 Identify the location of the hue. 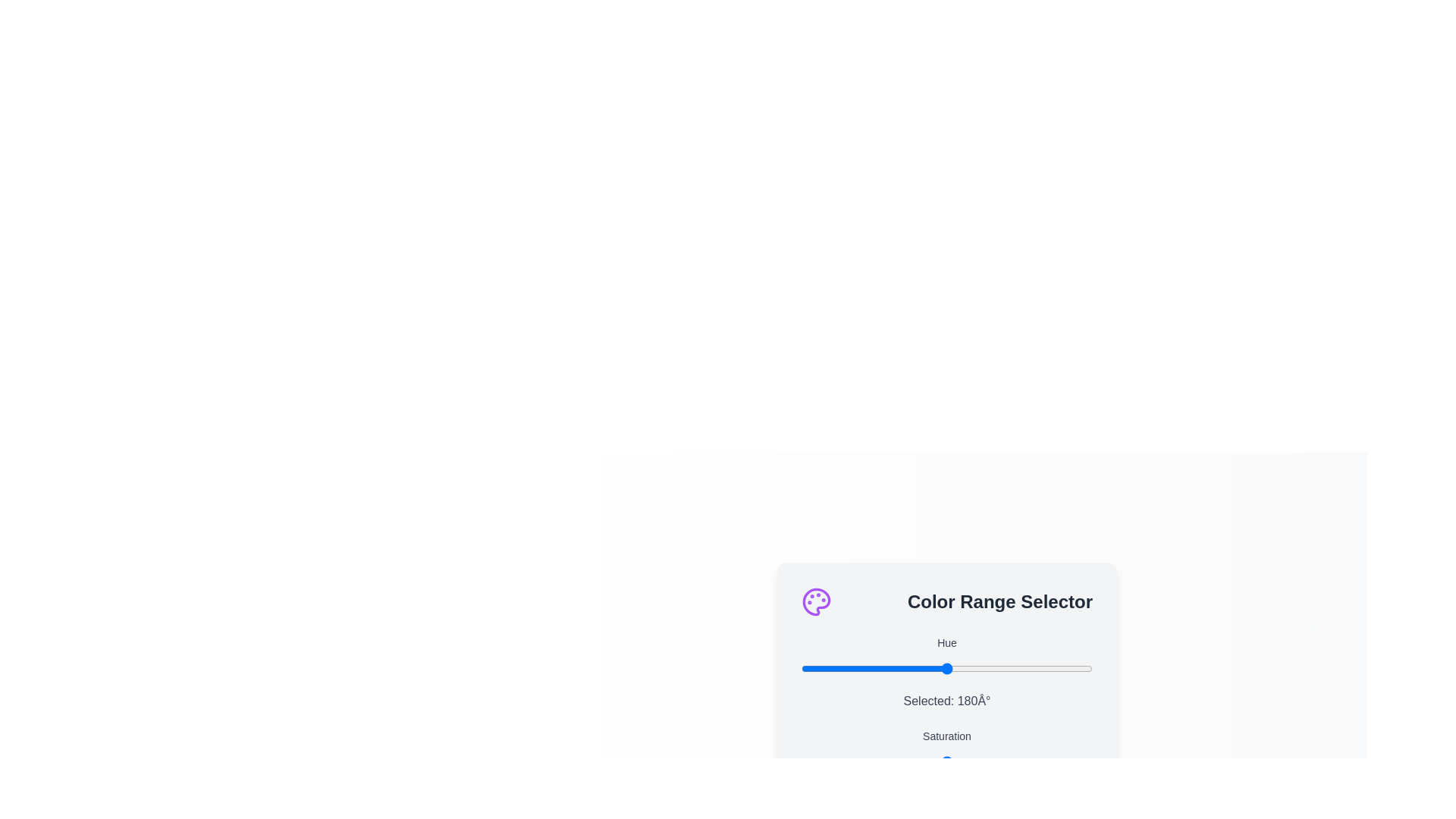
(802, 667).